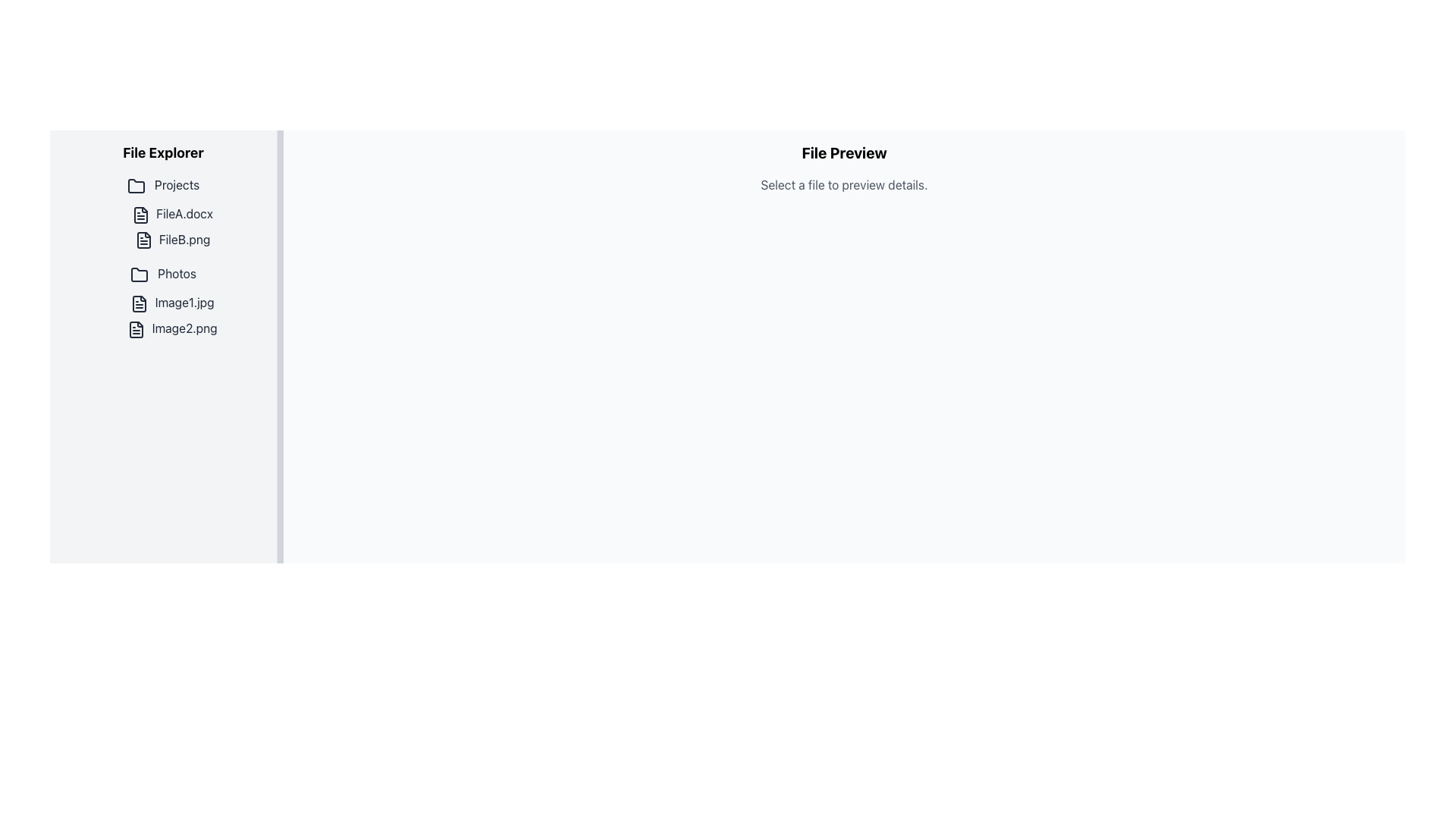 The height and width of the screenshot is (819, 1456). I want to click on the file name 'Image1.jpg', so click(163, 315).